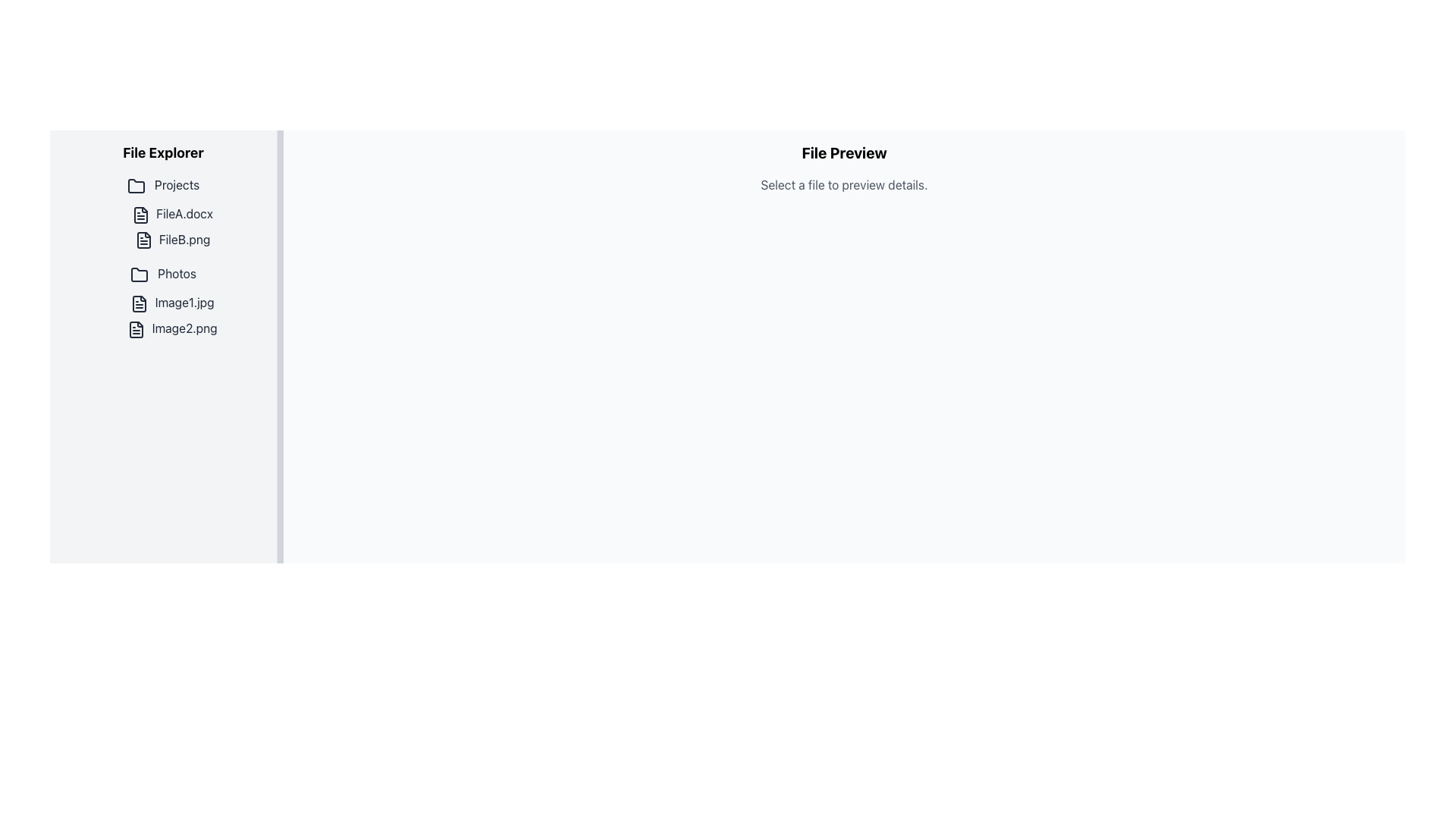 The height and width of the screenshot is (819, 1456). I want to click on the file name 'Image1.jpg', so click(163, 315).